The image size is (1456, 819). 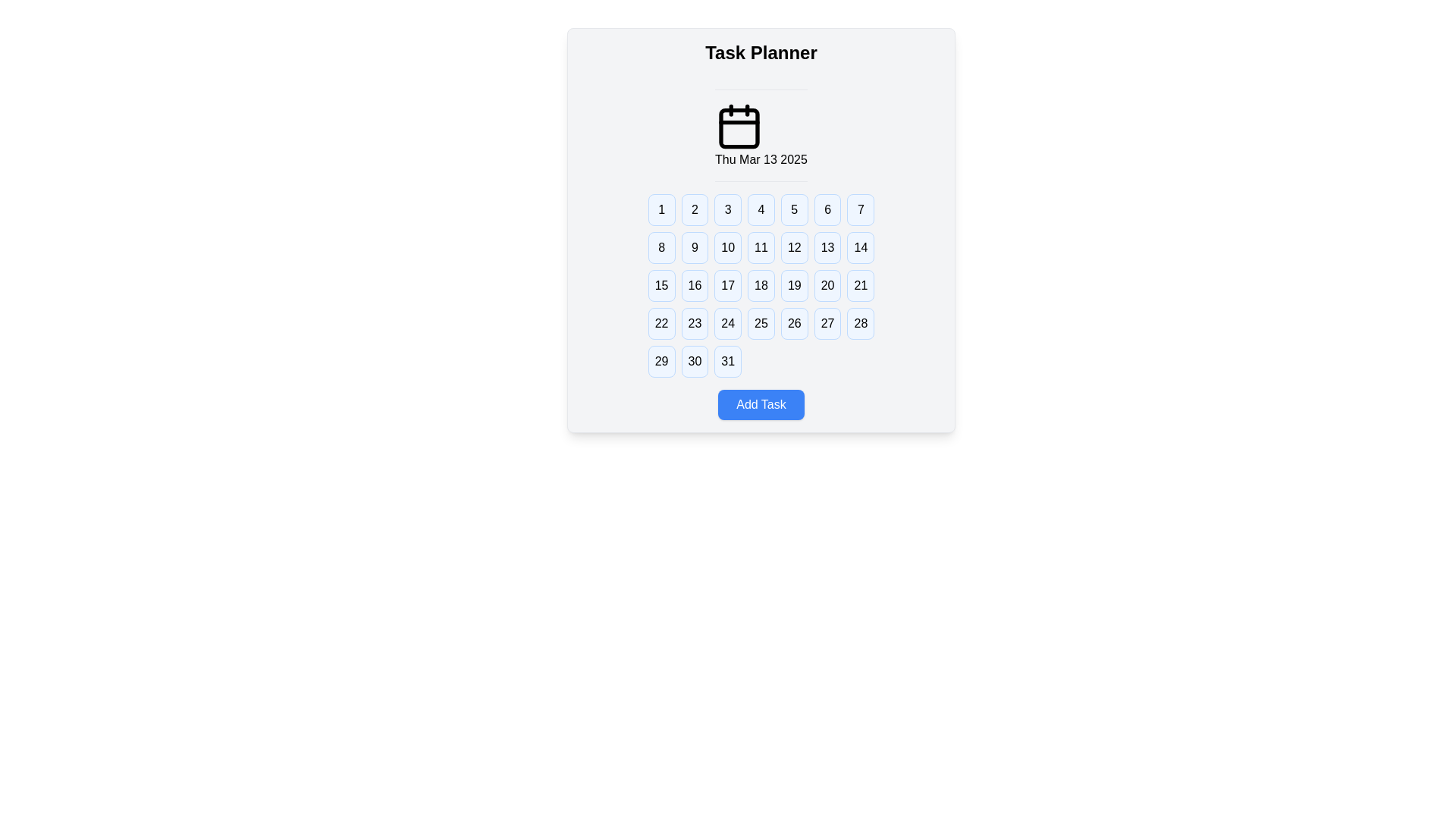 What do you see at coordinates (694, 247) in the screenshot?
I see `the button representing the 9th day of the month in the calendar grid located at the second row and second column` at bounding box center [694, 247].